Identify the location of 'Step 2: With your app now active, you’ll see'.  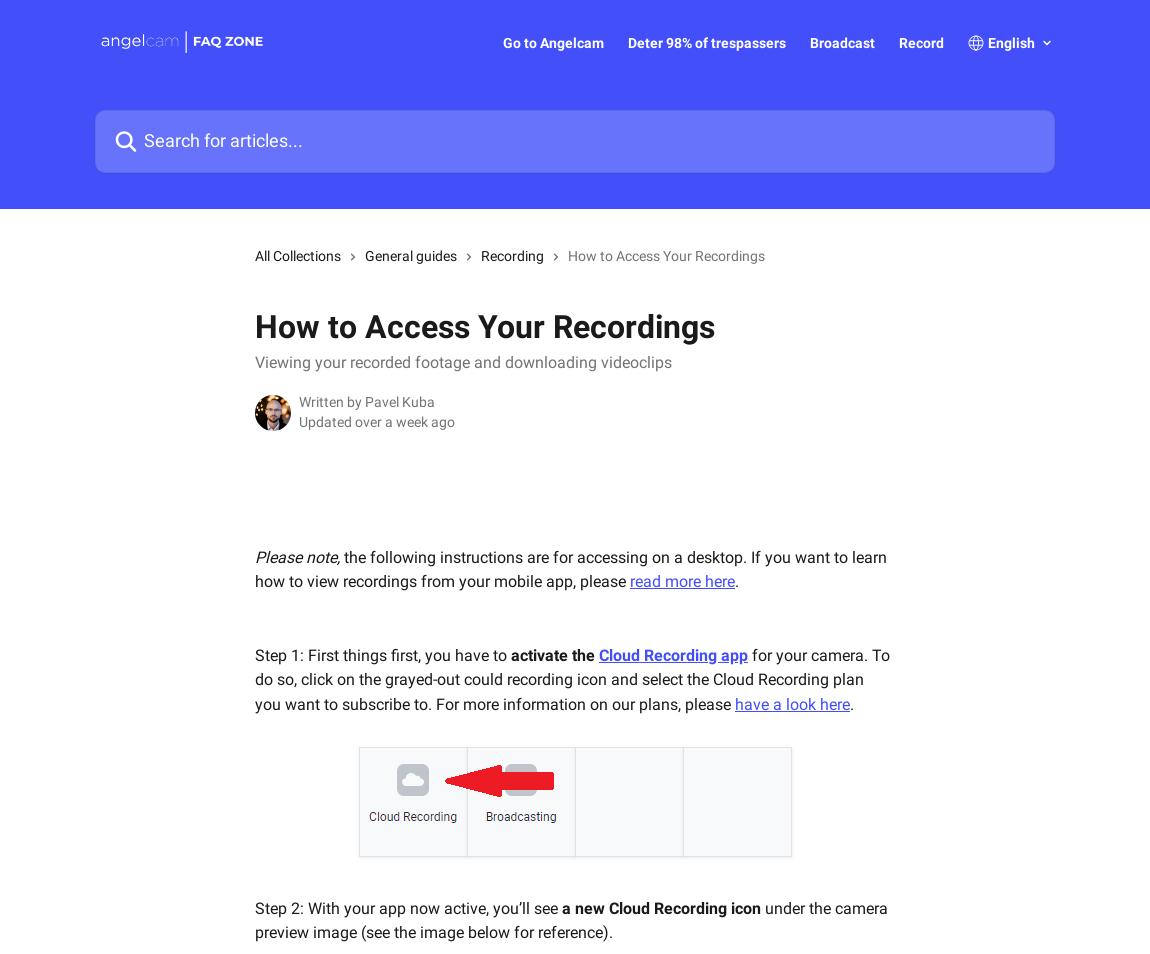
(408, 907).